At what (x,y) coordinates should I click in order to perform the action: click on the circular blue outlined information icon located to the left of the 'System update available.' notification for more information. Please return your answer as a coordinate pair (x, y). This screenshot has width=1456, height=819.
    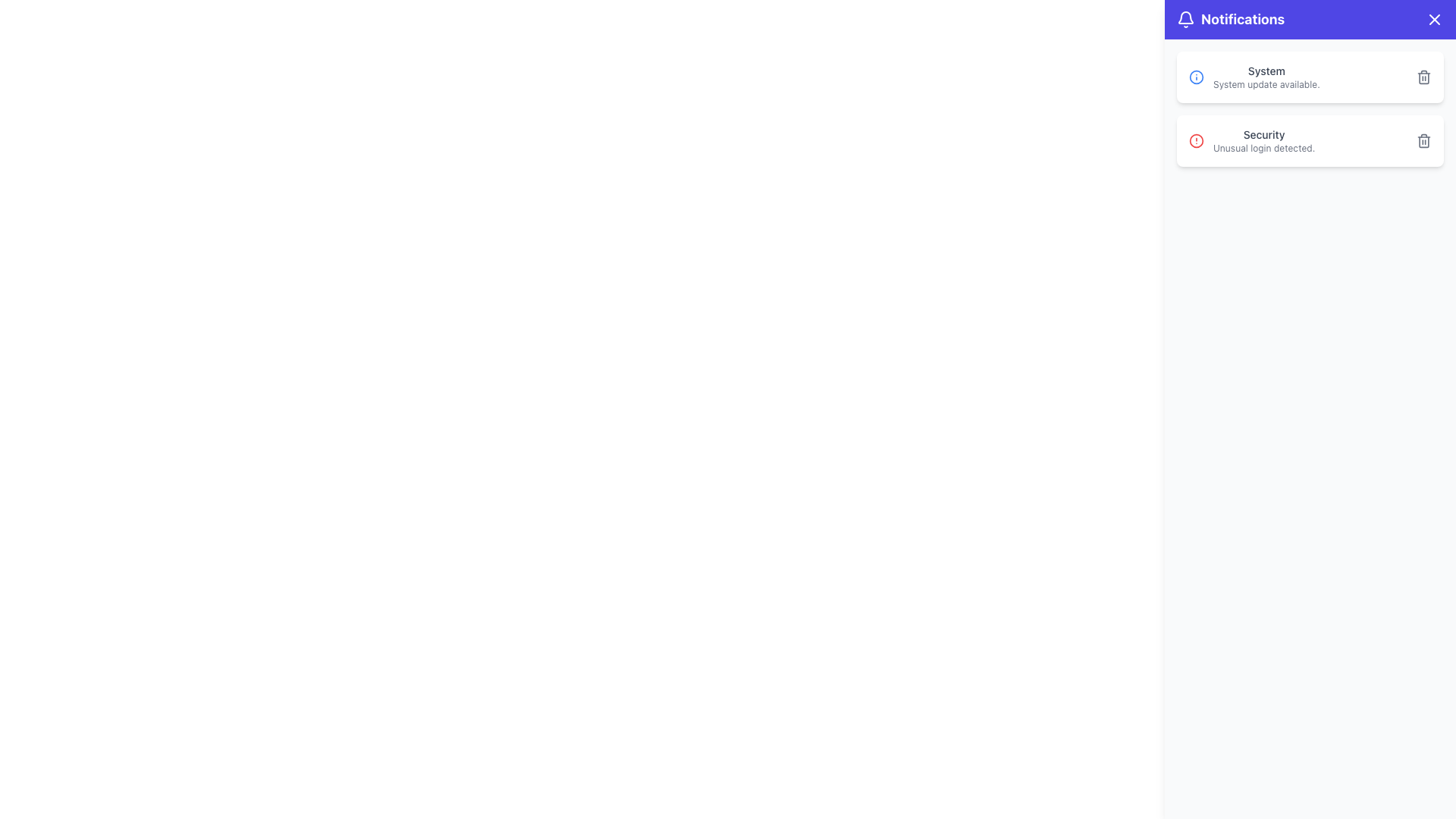
    Looking at the image, I should click on (1196, 77).